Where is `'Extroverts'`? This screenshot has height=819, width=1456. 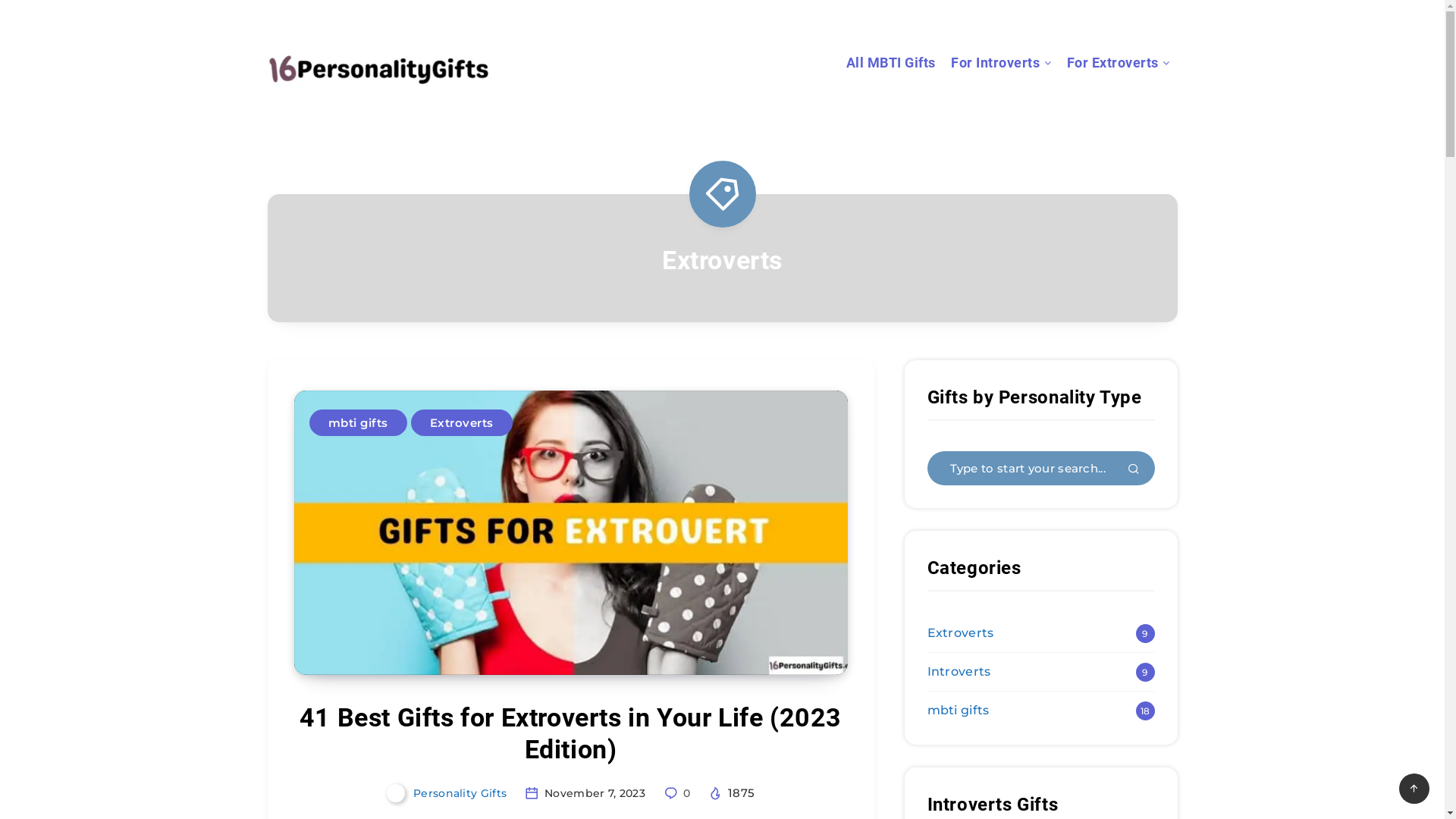
'Extroverts' is located at coordinates (959, 632).